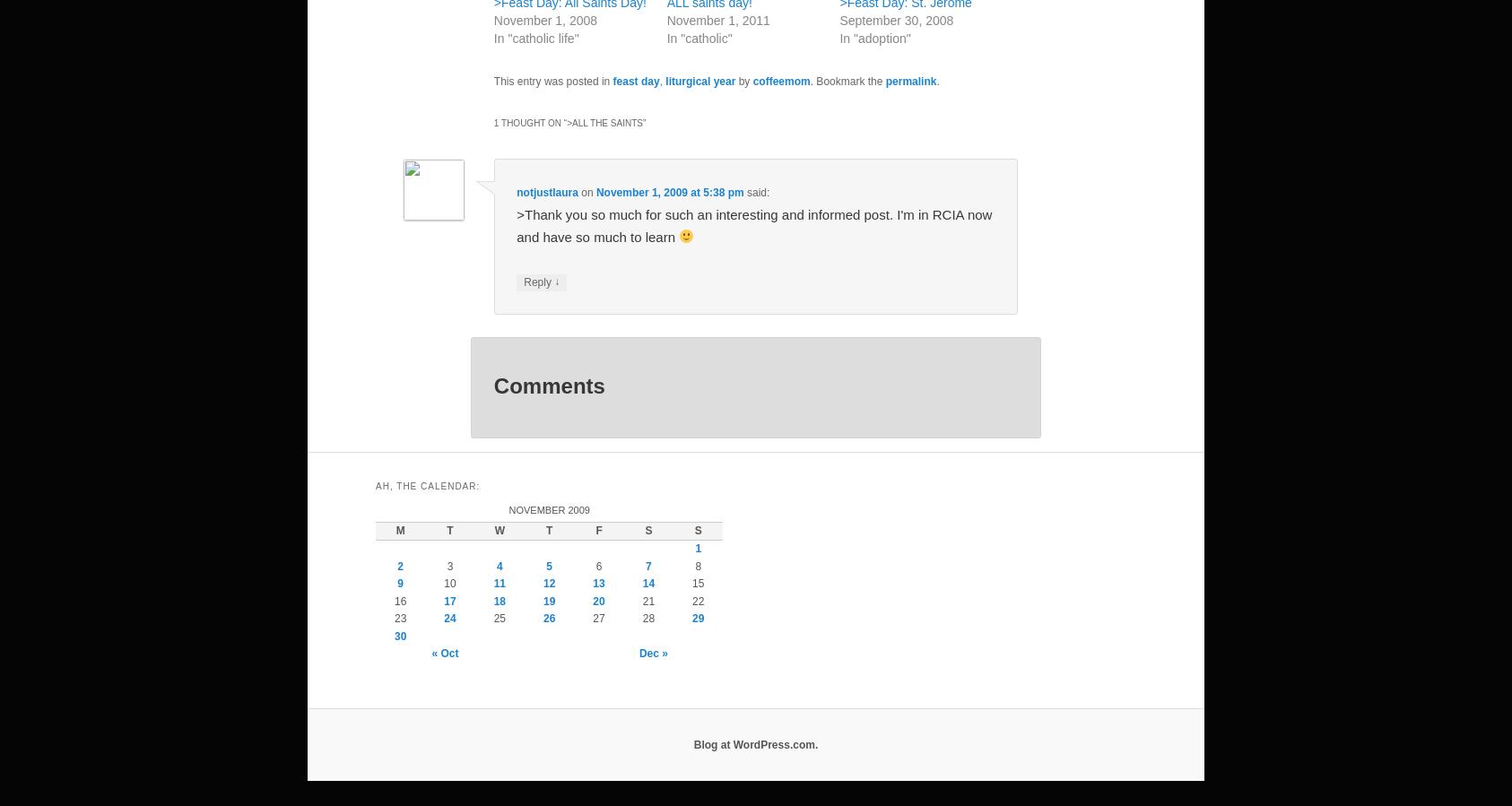 The height and width of the screenshot is (806, 1512). Describe the element at coordinates (548, 565) in the screenshot. I see `'5'` at that location.